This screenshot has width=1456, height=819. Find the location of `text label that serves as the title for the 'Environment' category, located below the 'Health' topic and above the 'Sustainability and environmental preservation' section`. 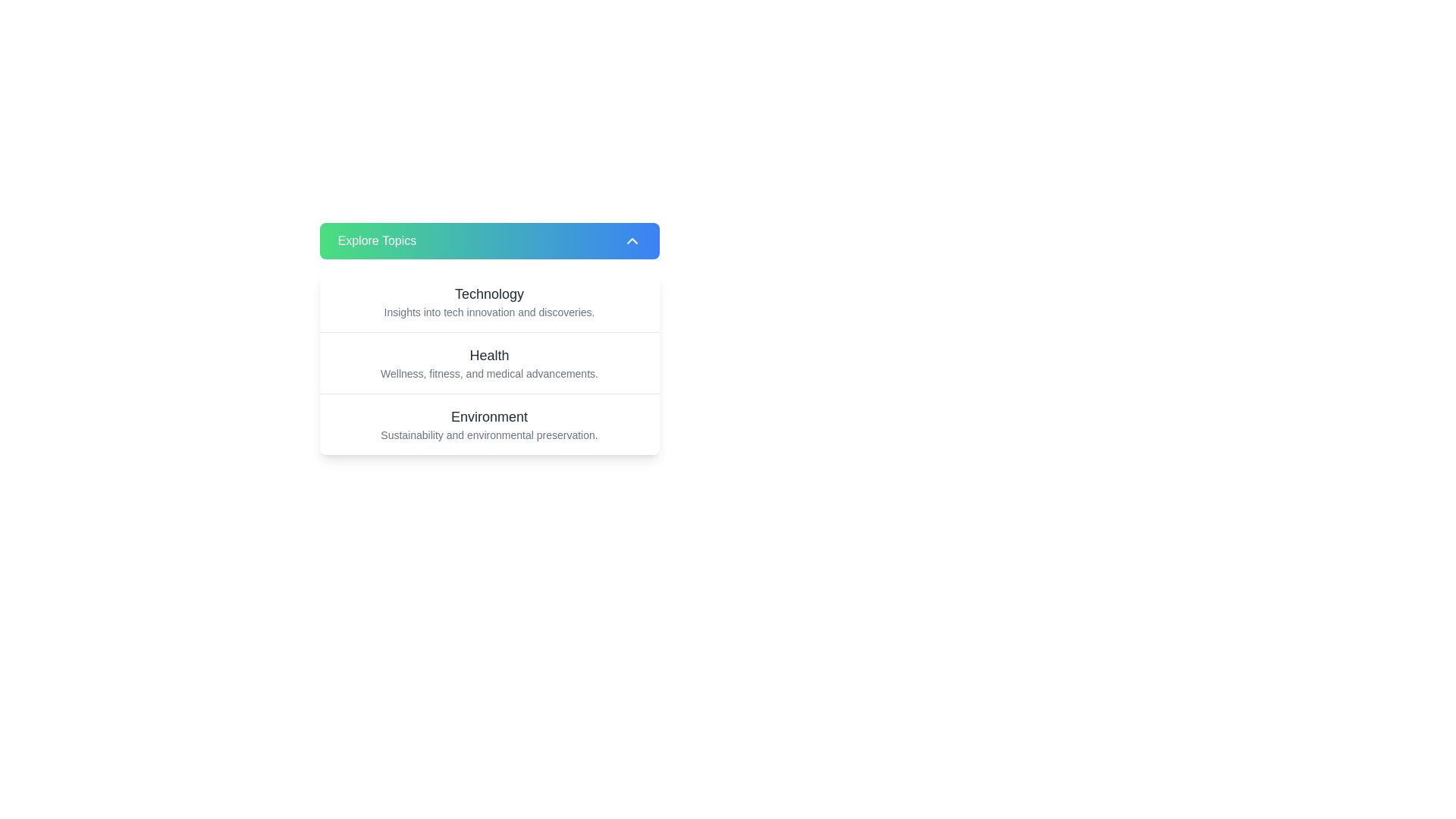

text label that serves as the title for the 'Environment' category, located below the 'Health' topic and above the 'Sustainability and environmental preservation' section is located at coordinates (489, 417).